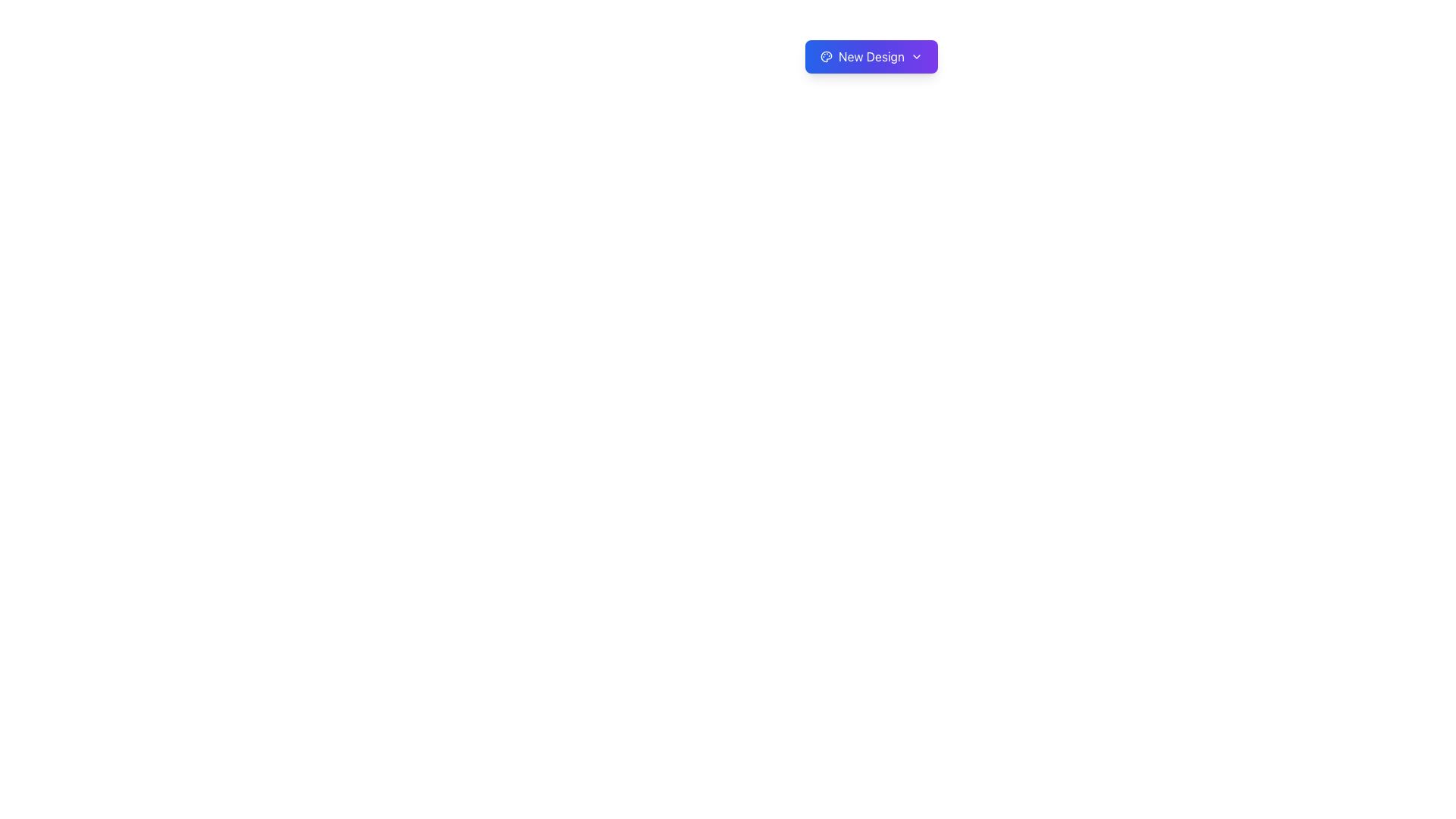 Image resolution: width=1456 pixels, height=819 pixels. I want to click on the text label within the button component that indicates the action for creating or managing a 'New Design', so click(871, 55).